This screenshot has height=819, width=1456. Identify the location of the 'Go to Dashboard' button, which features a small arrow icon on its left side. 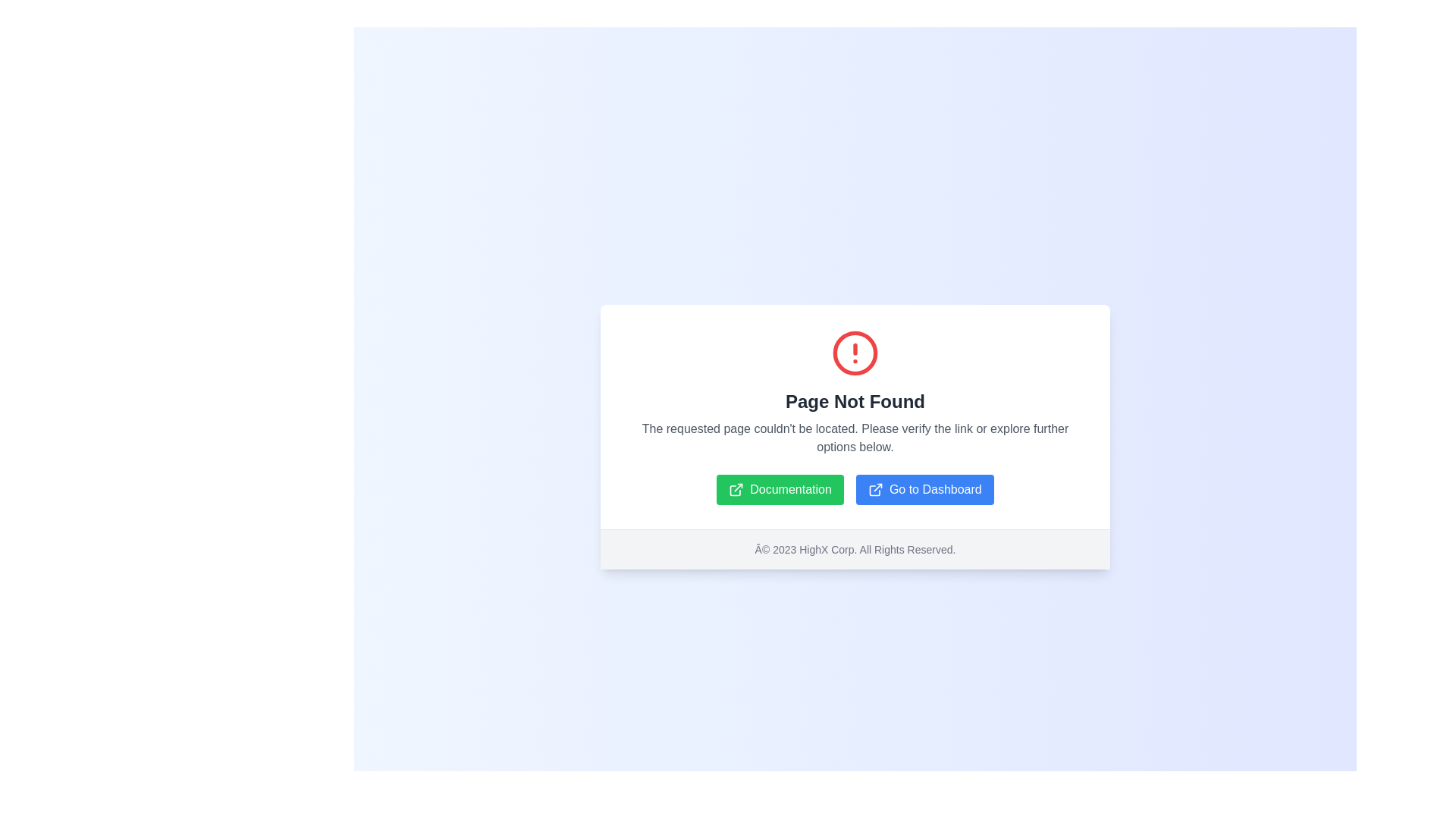
(875, 489).